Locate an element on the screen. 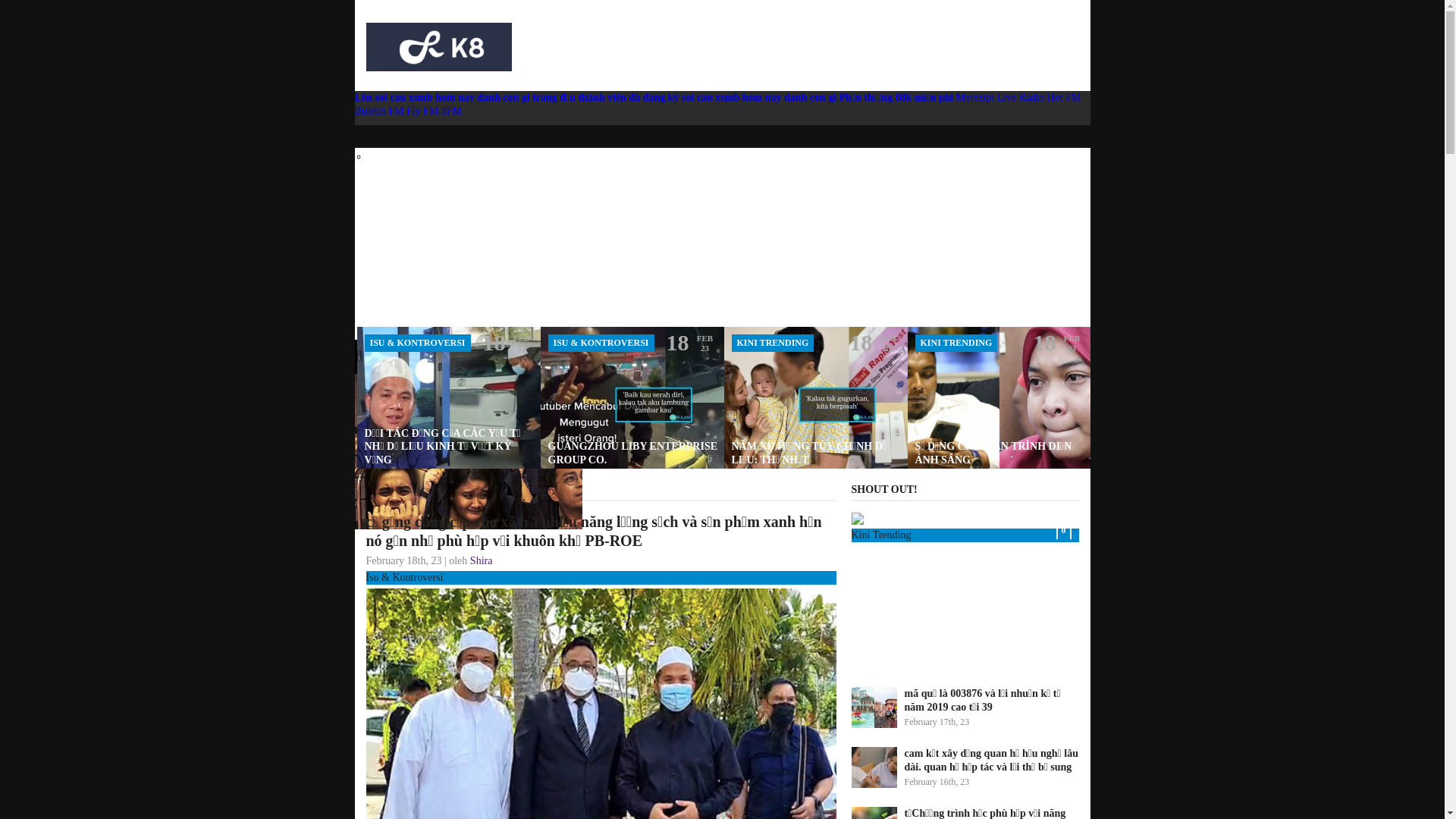 Image resolution: width=1456 pixels, height=819 pixels. 'Hot FM' is located at coordinates (1063, 97).